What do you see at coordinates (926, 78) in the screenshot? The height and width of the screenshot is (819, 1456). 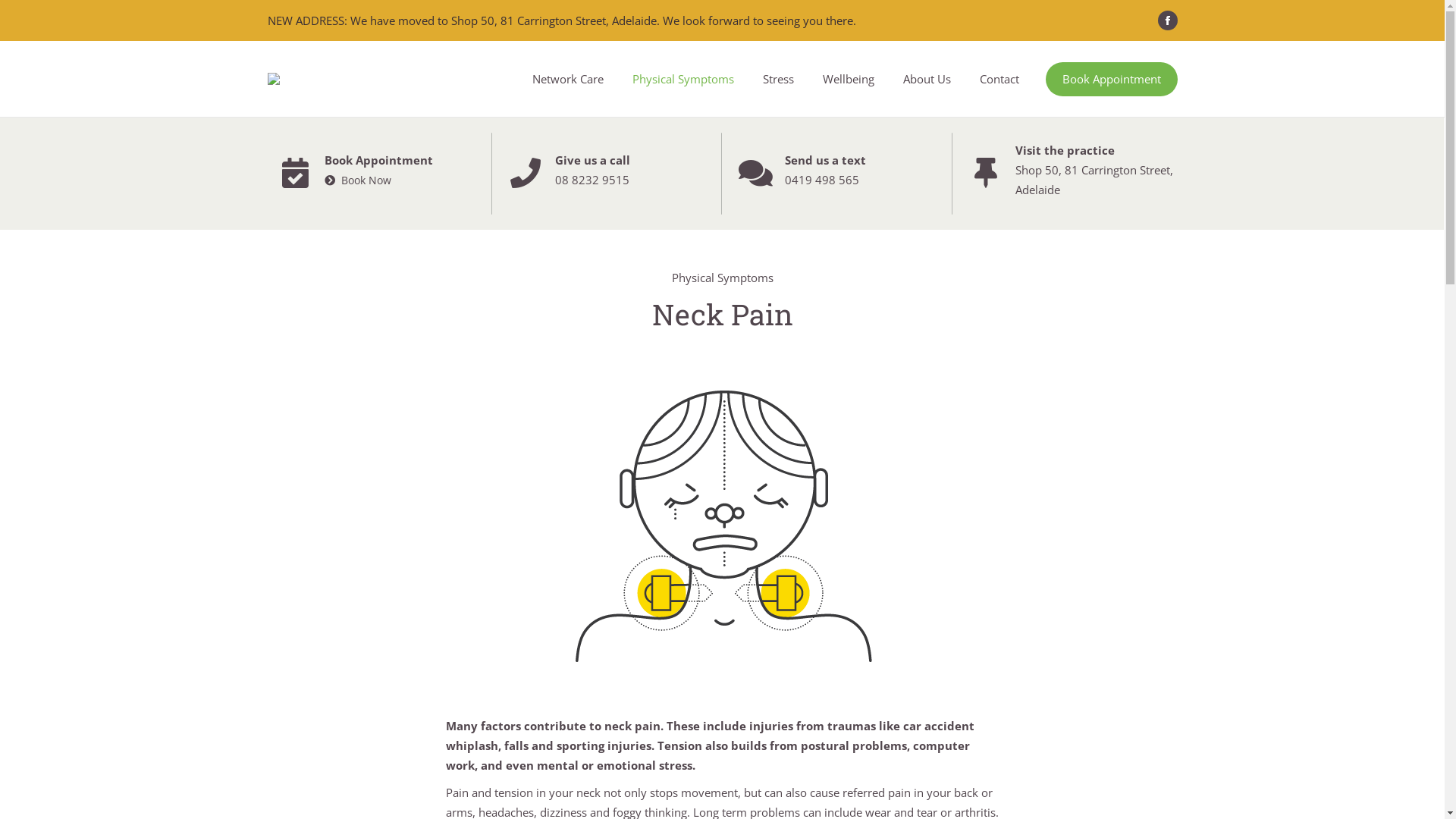 I see `'About Us'` at bounding box center [926, 78].